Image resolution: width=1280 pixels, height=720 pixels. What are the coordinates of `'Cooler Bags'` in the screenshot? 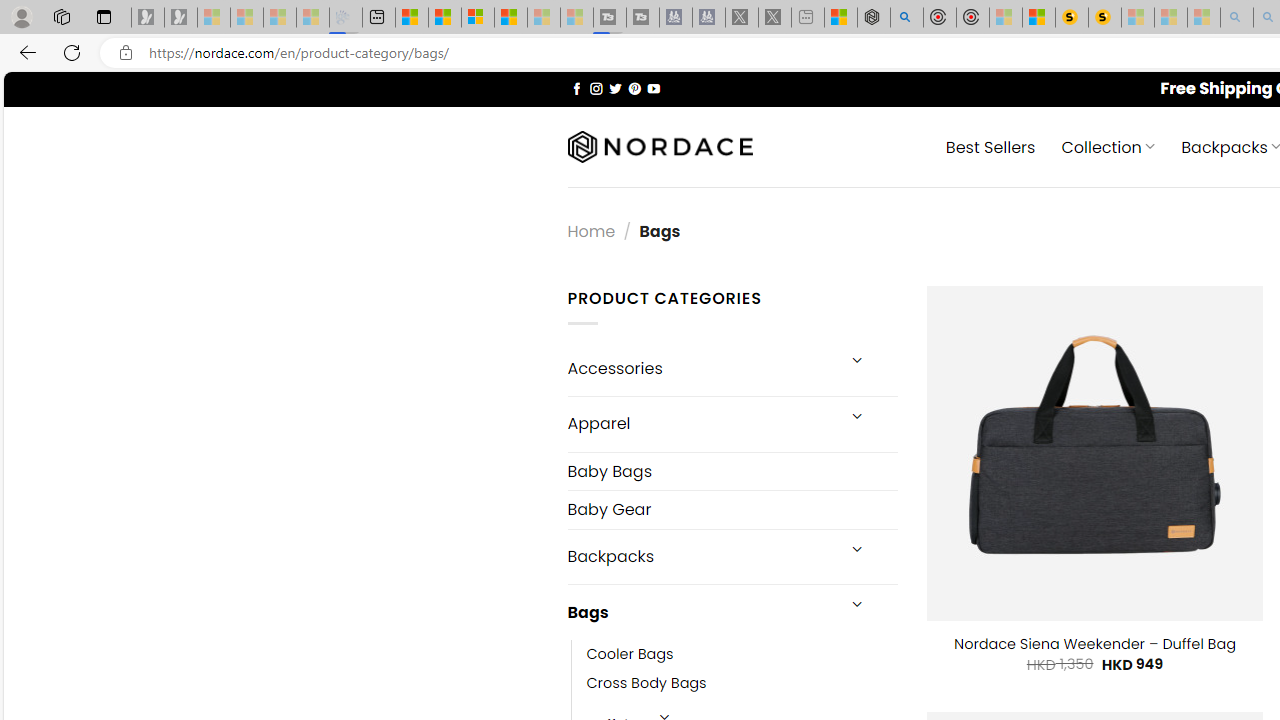 It's located at (629, 655).